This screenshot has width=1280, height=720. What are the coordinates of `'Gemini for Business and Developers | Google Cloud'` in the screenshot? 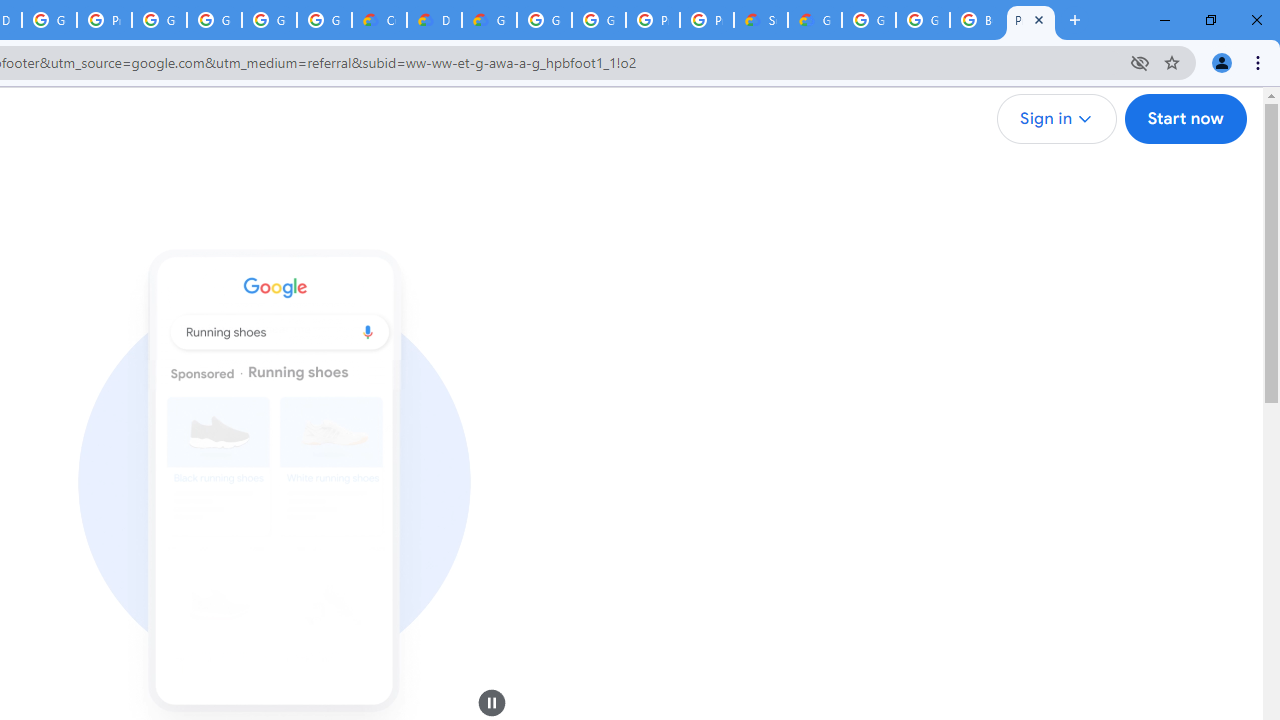 It's located at (489, 20).